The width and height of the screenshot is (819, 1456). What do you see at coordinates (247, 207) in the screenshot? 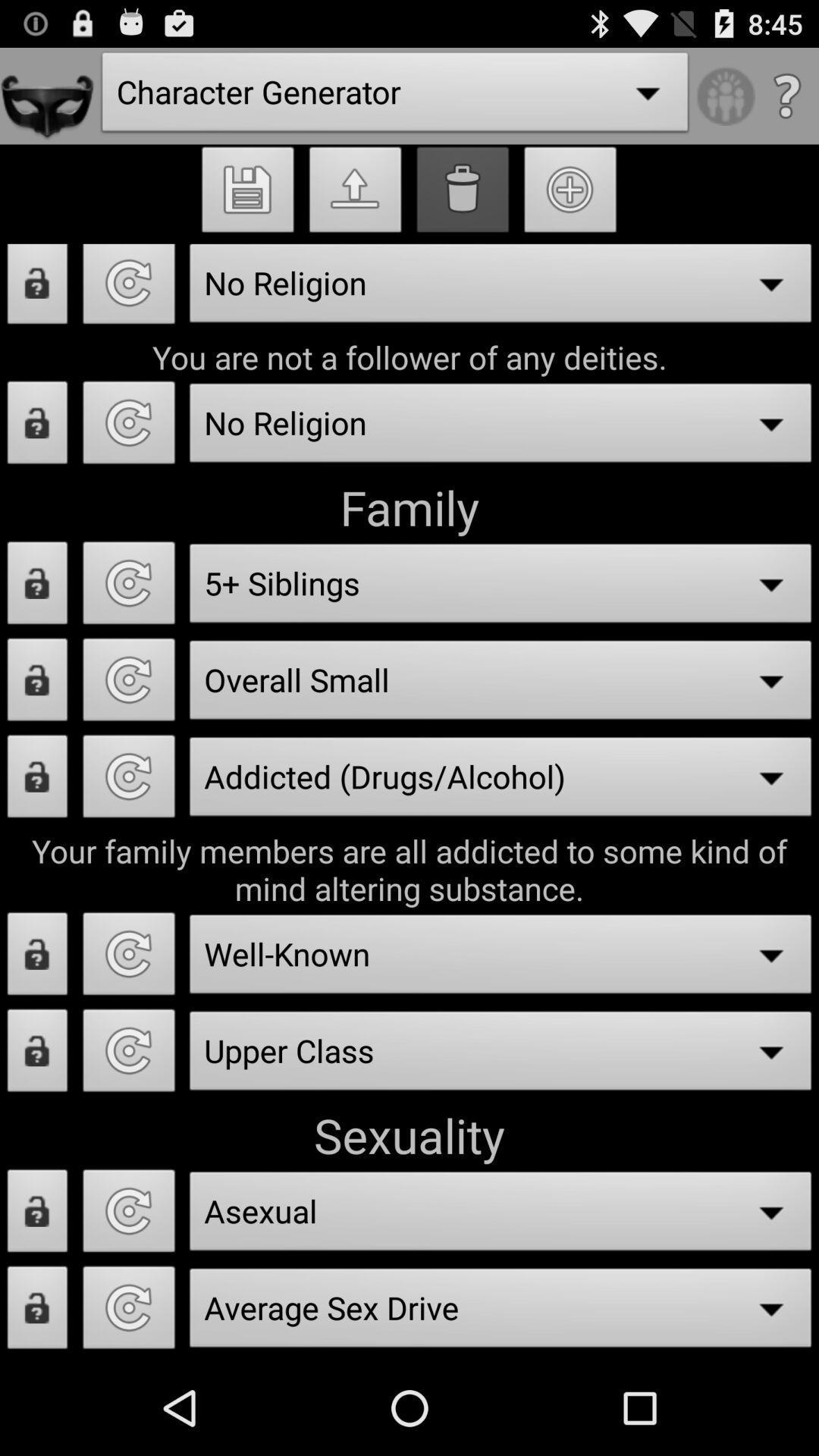
I see `the save icon` at bounding box center [247, 207].